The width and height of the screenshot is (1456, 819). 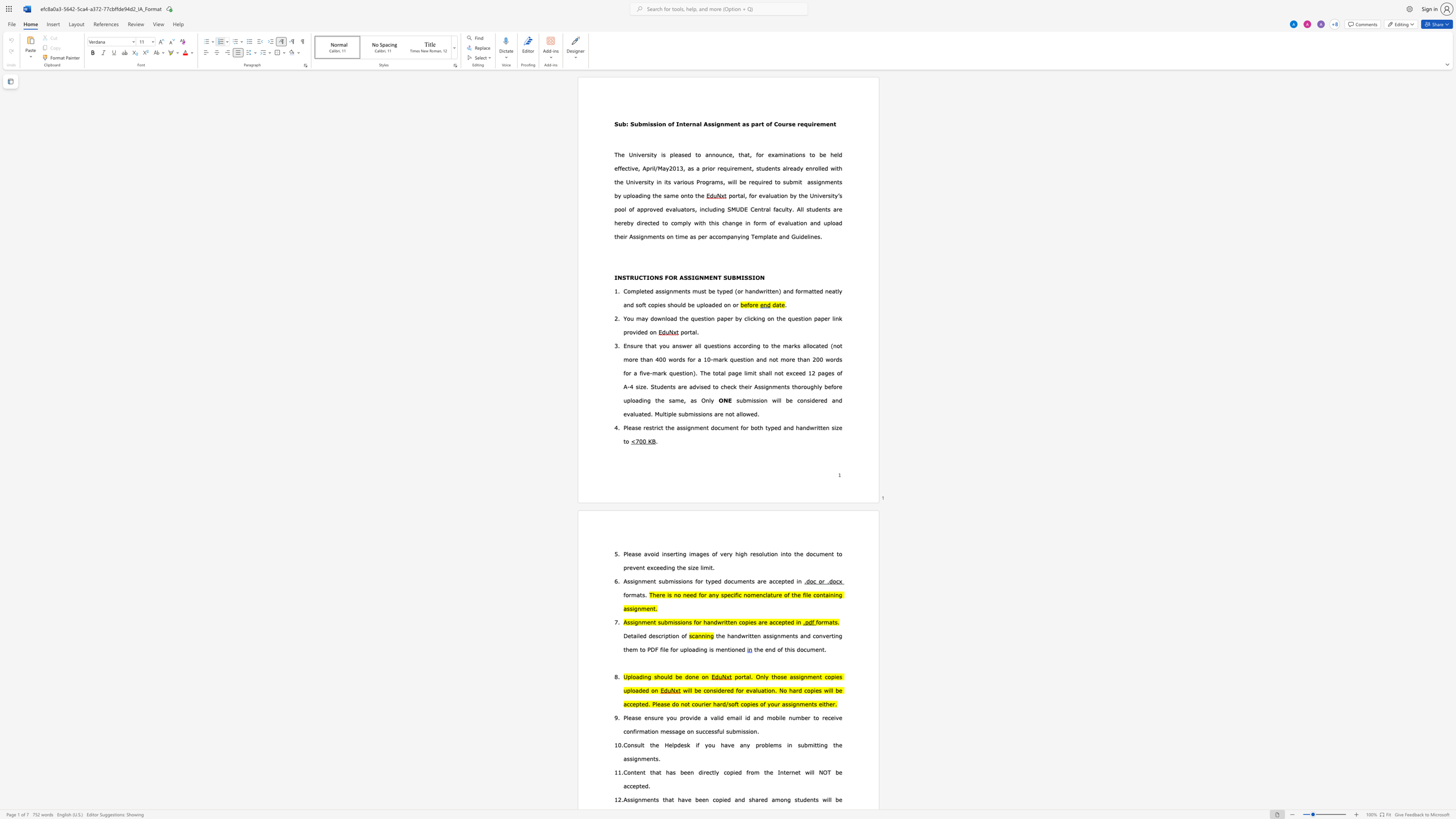 What do you see at coordinates (691, 567) in the screenshot?
I see `the space between the continuous character "s" and "i" in the text` at bounding box center [691, 567].